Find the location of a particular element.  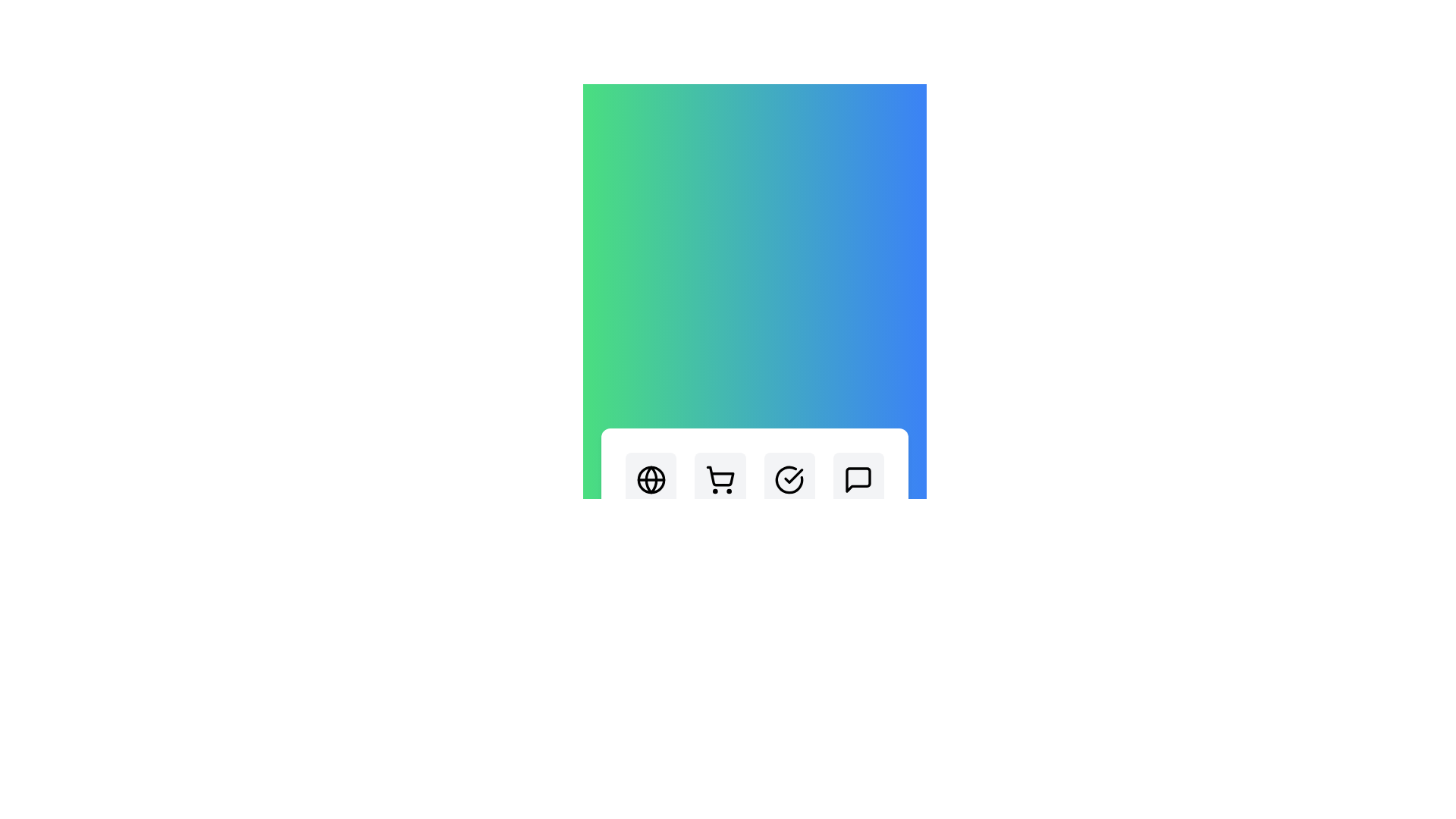

the shopping cart icon, which is the main body of the cart located centrally within a button in the bottom navigation bar, to potentially trigger a tooltip is located at coordinates (720, 475).